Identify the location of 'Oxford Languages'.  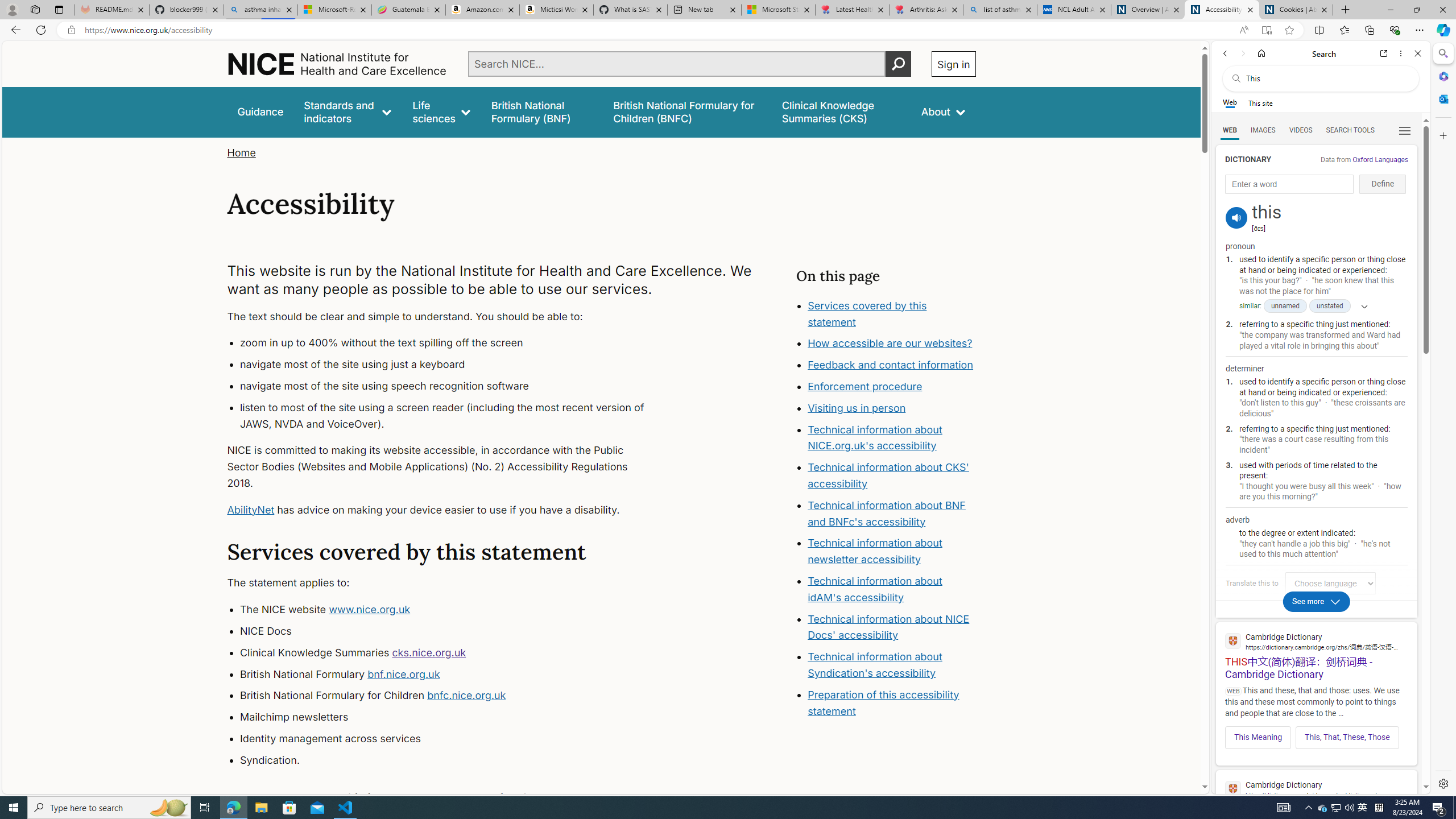
(1379, 159).